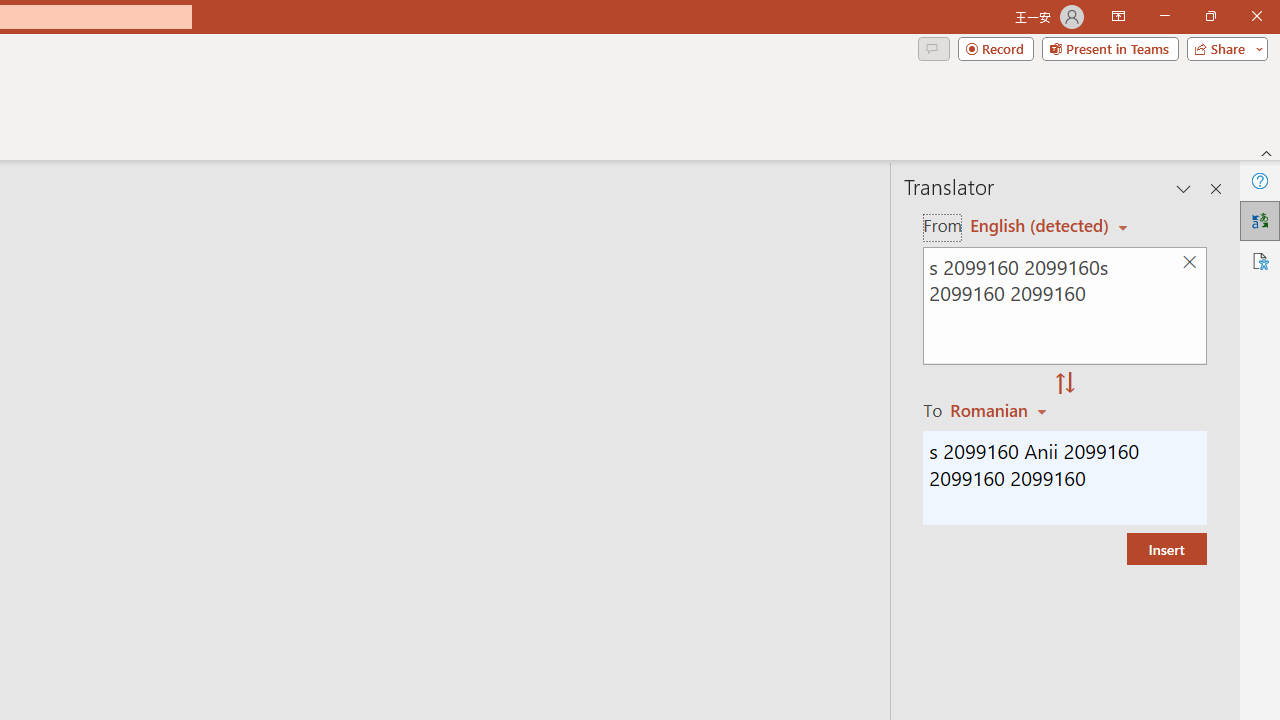 Image resolution: width=1280 pixels, height=720 pixels. I want to click on 'Swap "from" and "to" languages.', so click(1064, 384).